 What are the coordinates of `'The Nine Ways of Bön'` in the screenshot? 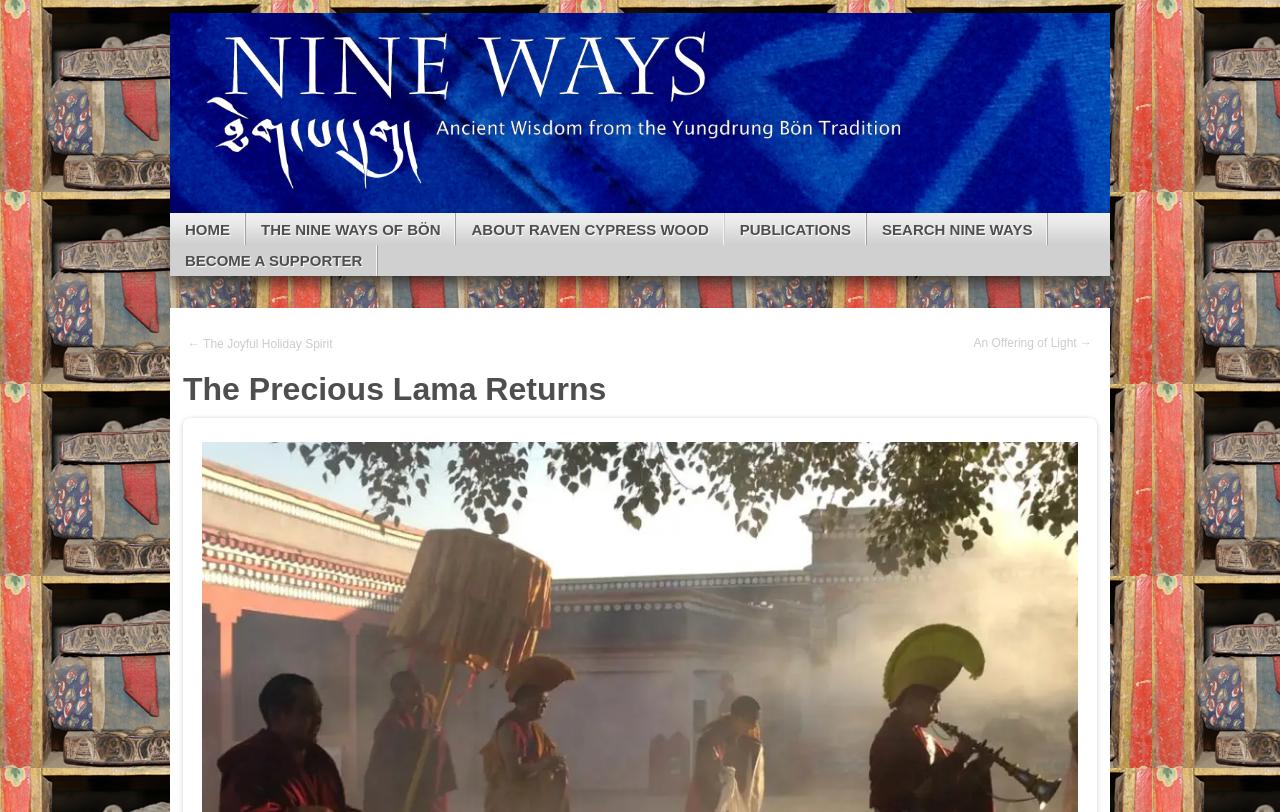 It's located at (350, 228).